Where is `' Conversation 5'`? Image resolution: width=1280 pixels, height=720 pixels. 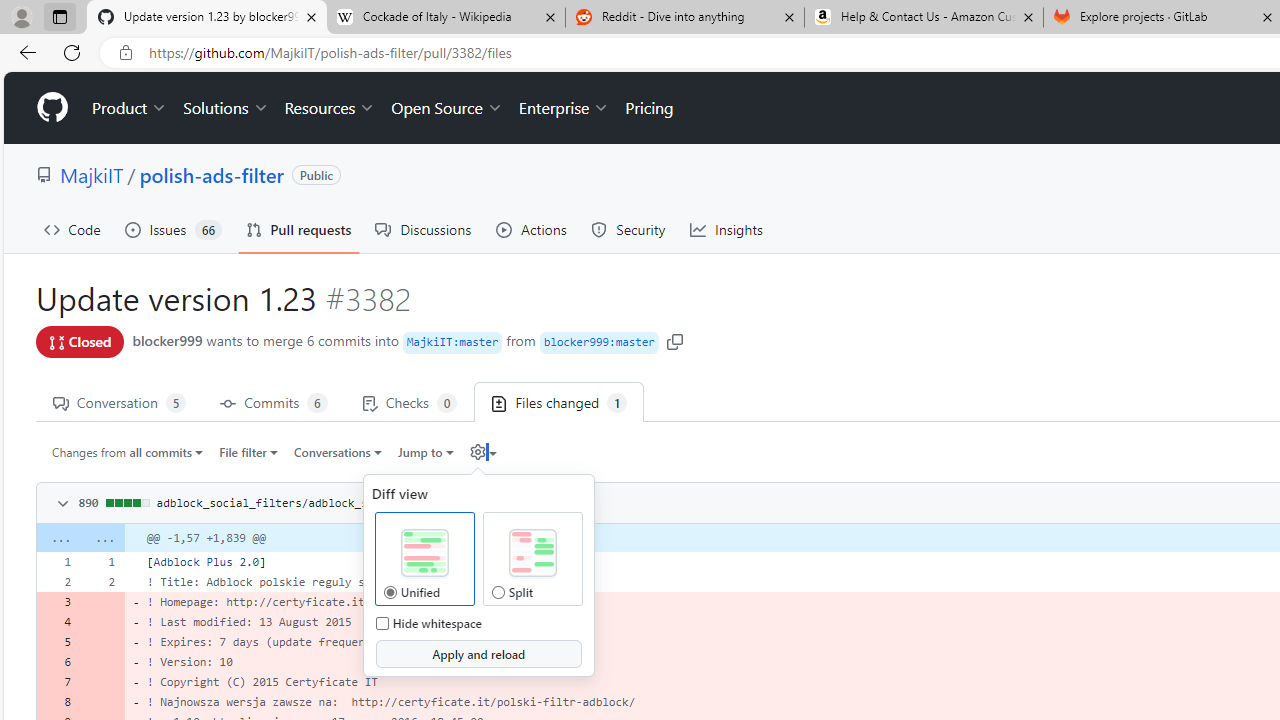 ' Conversation 5' is located at coordinates (118, 402).